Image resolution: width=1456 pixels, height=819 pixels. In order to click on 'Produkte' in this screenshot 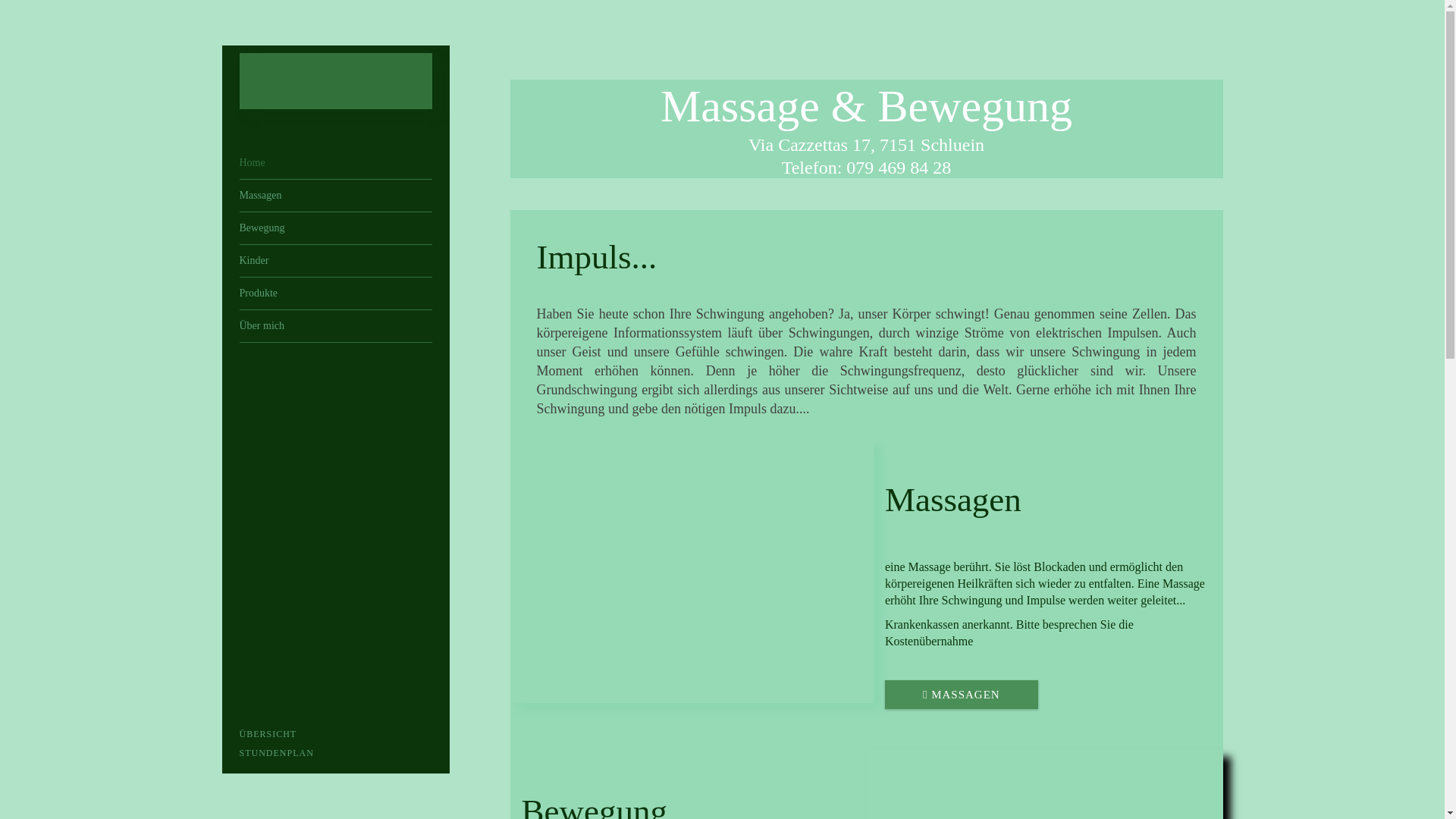, I will do `click(334, 293)`.